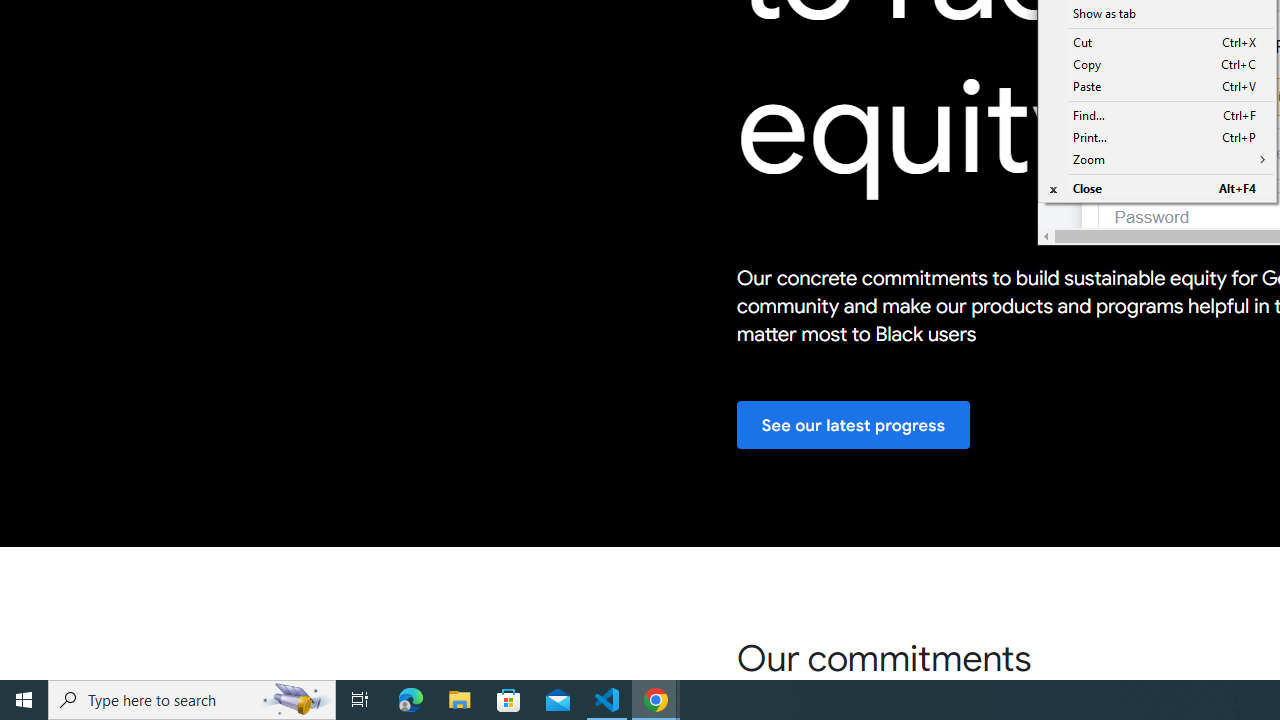 Image resolution: width=1280 pixels, height=720 pixels. What do you see at coordinates (192, 698) in the screenshot?
I see `'Type here to search'` at bounding box center [192, 698].